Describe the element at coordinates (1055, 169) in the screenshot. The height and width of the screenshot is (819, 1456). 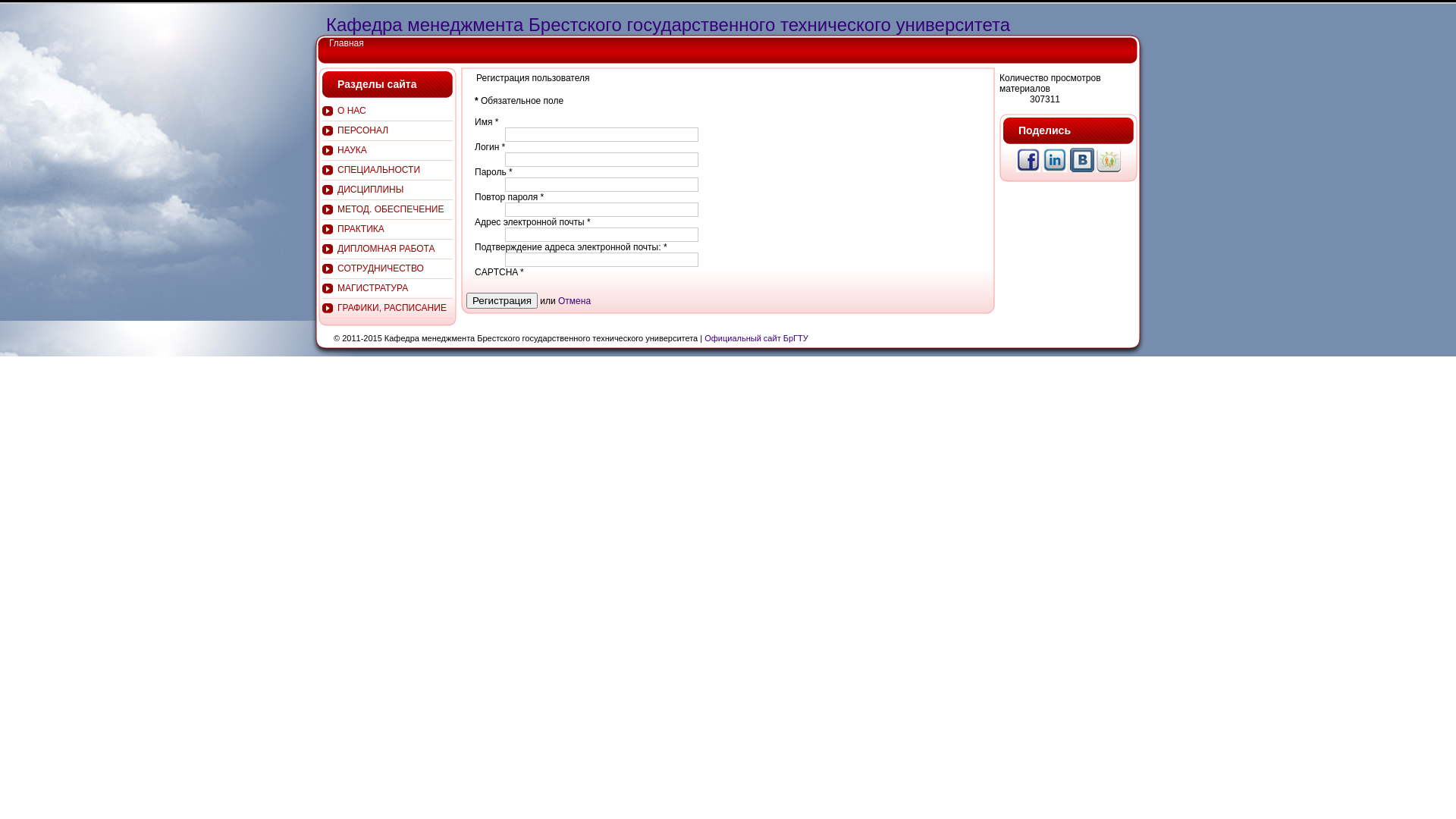
I see `'MOD_MVSOCIALBUTTONS_SUBMIT'` at that location.